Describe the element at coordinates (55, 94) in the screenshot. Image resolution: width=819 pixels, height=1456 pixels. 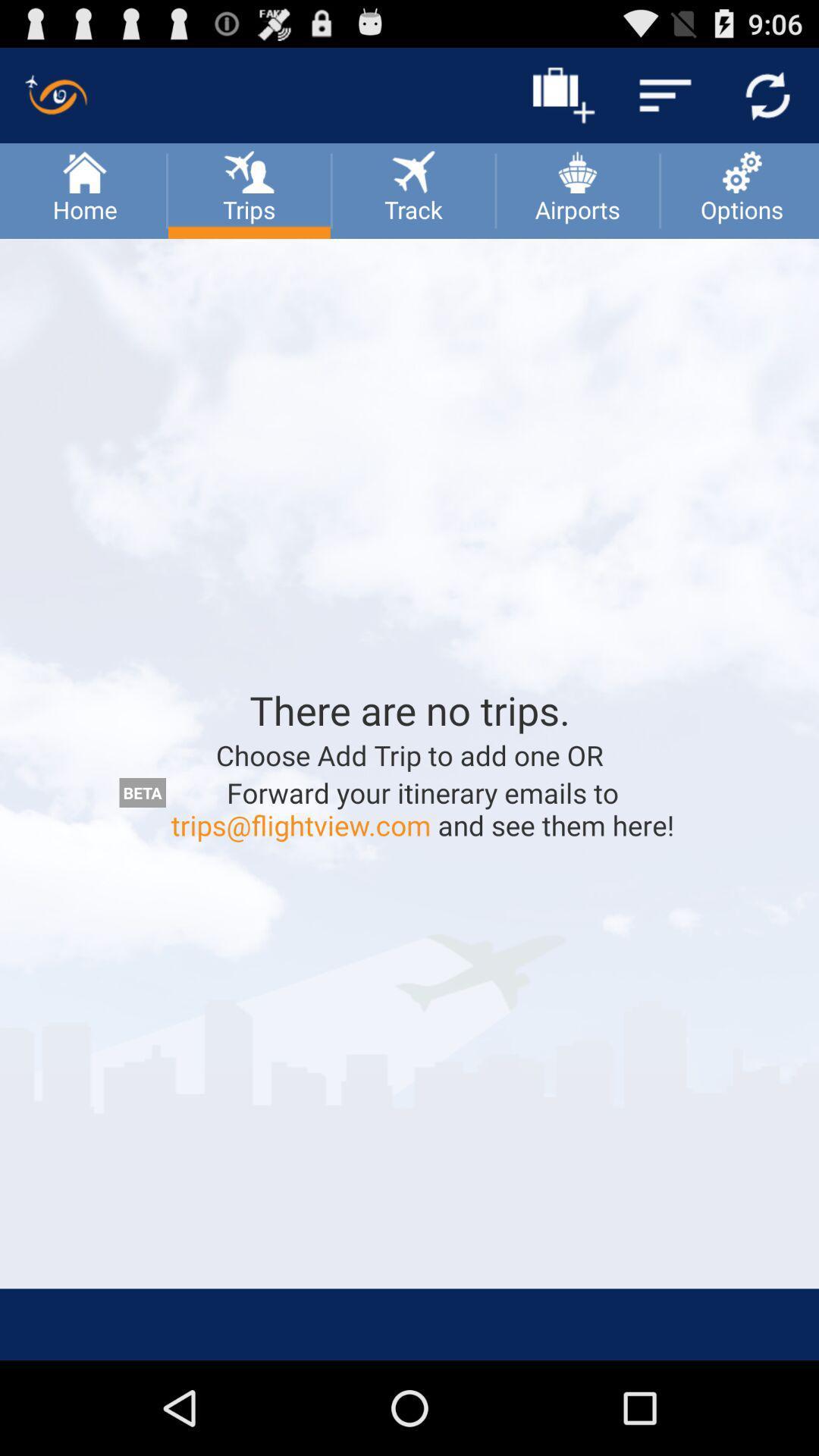
I see `the symbol which is above the home` at that location.